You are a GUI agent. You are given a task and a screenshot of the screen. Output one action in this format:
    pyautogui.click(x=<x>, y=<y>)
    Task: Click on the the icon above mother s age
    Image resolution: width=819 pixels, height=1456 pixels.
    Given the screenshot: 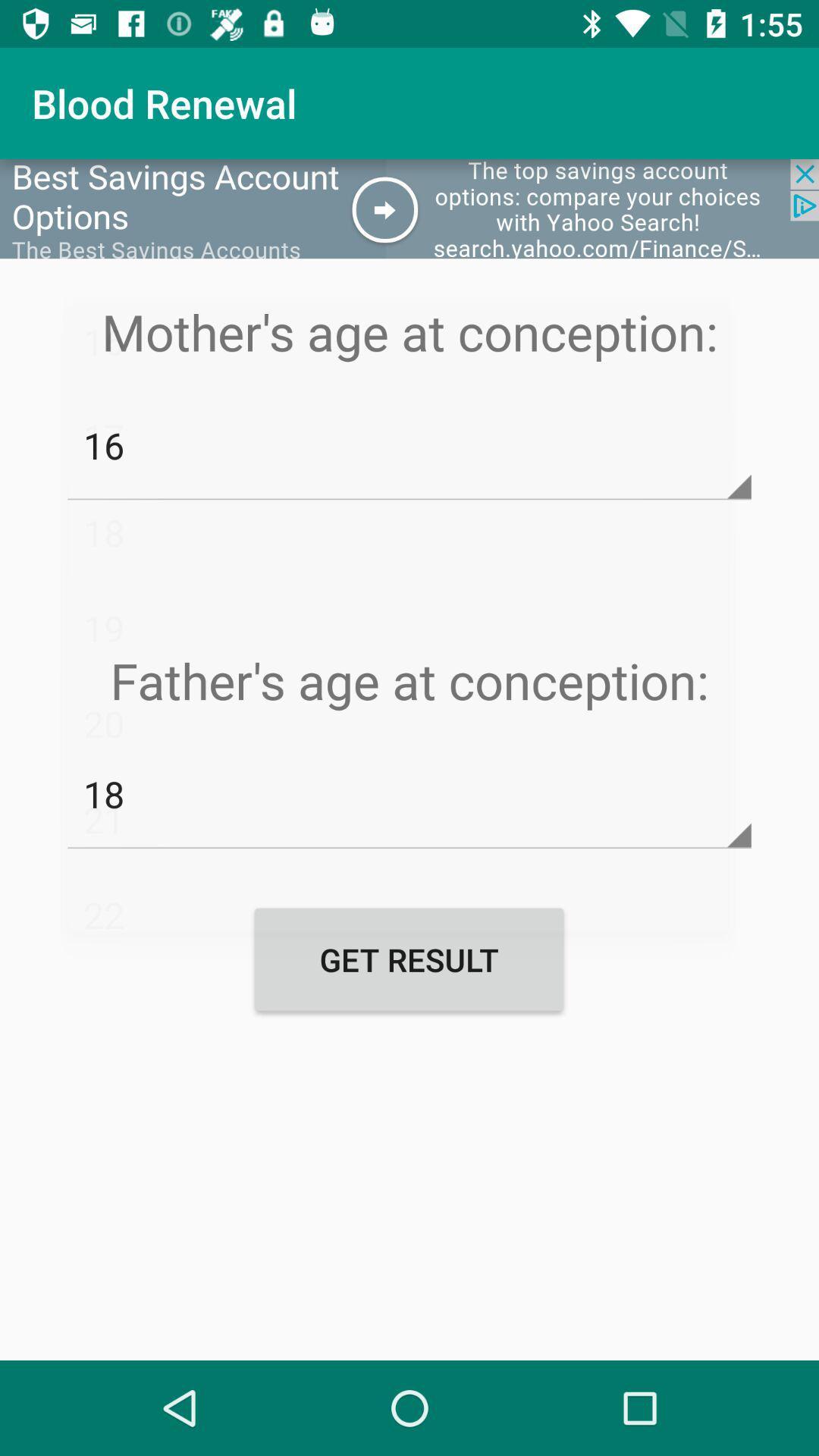 What is the action you would take?
    pyautogui.click(x=409, y=208)
    